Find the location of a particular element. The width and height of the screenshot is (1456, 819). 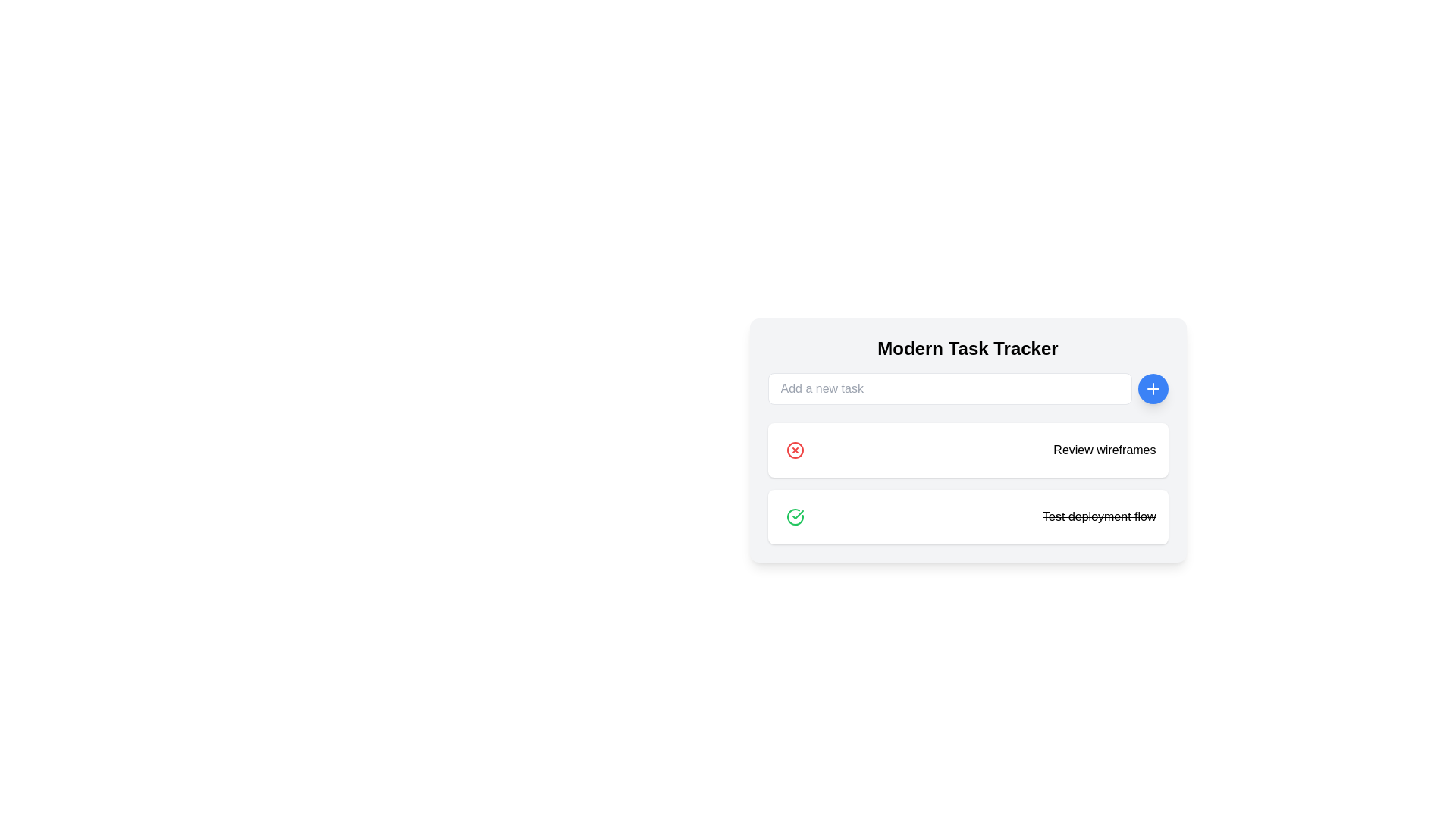

the green outlined circular icon with a checkmark inside, located within the task item below 'Review wireframes' and adjacent to 'Test deployment flow' is located at coordinates (794, 516).